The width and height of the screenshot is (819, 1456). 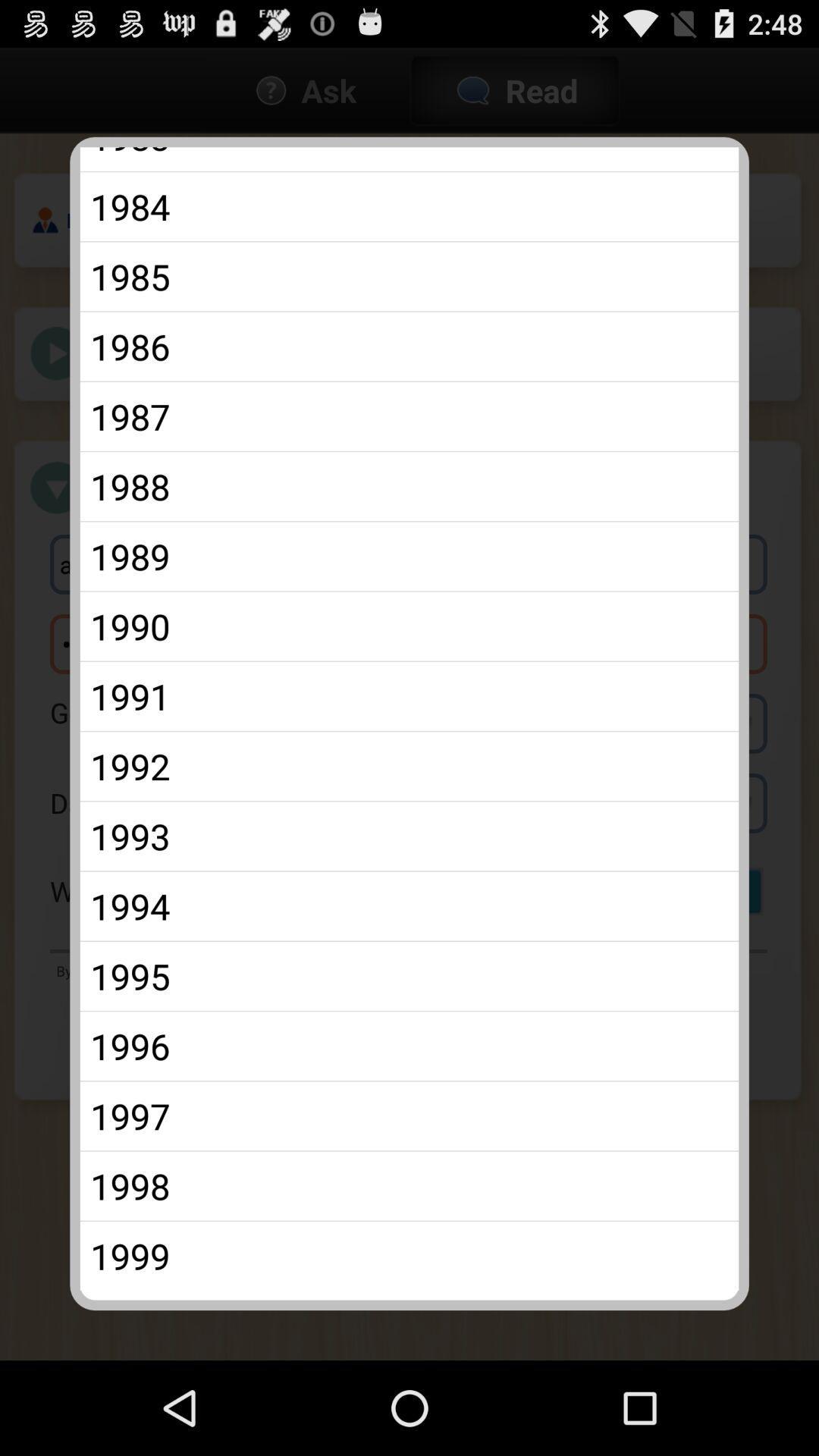 What do you see at coordinates (409, 555) in the screenshot?
I see `the app above 1990 app` at bounding box center [409, 555].